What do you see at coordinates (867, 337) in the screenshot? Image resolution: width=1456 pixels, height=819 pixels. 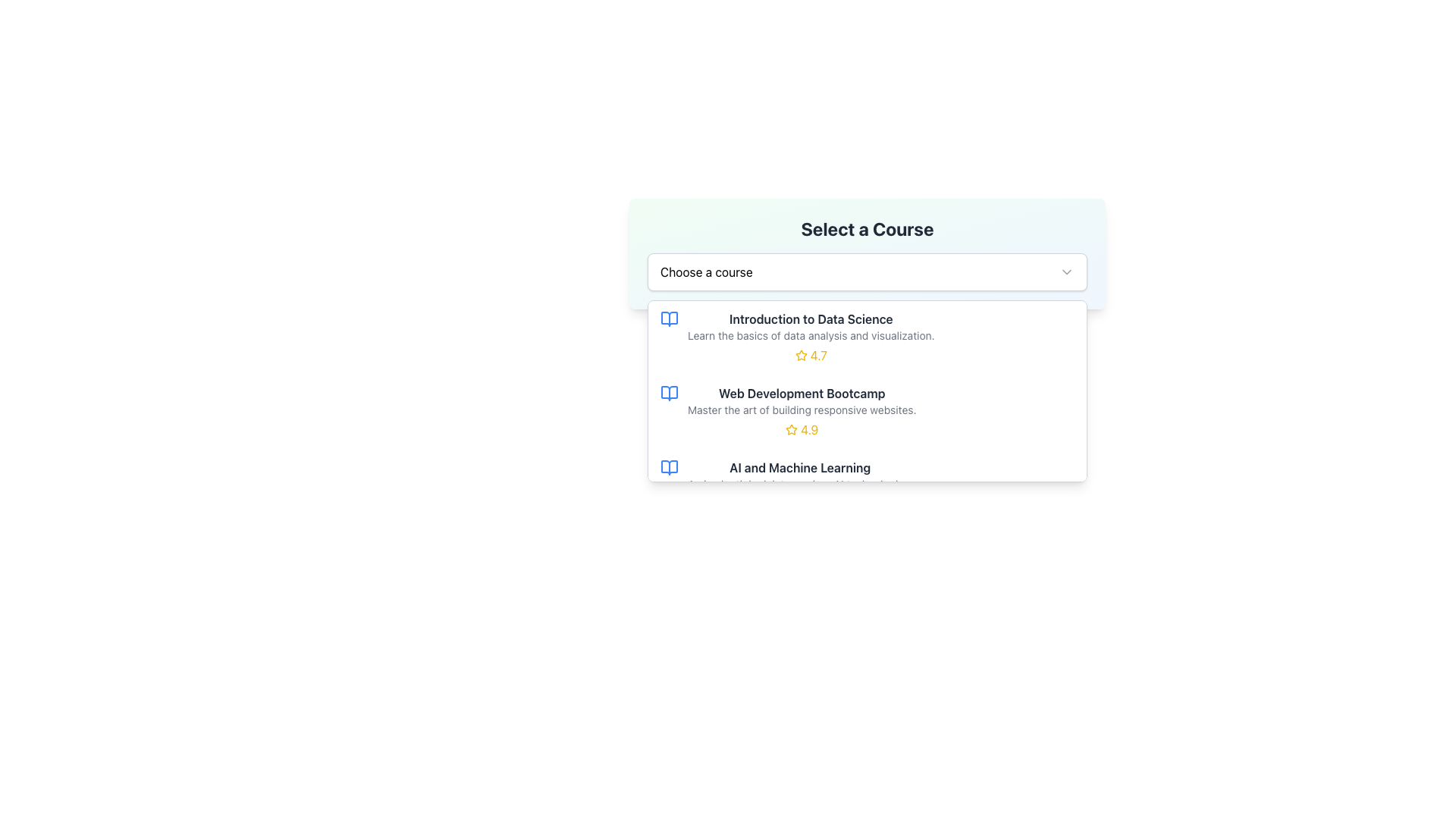 I see `the button-like selectable list item titled 'Introduction to Data Science'` at bounding box center [867, 337].